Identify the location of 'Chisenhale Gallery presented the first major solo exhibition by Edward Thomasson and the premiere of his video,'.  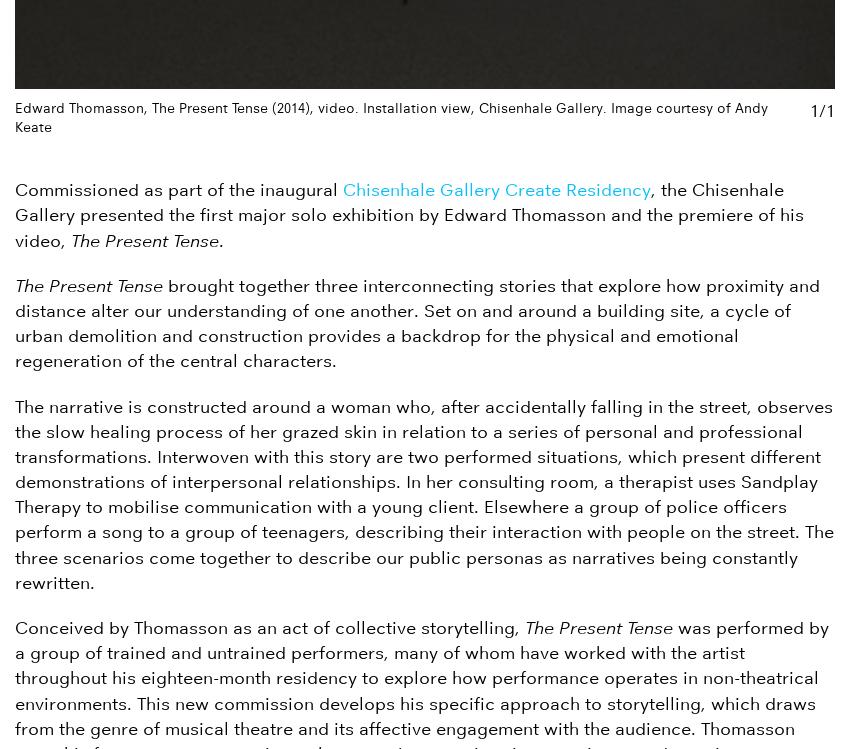
(409, 214).